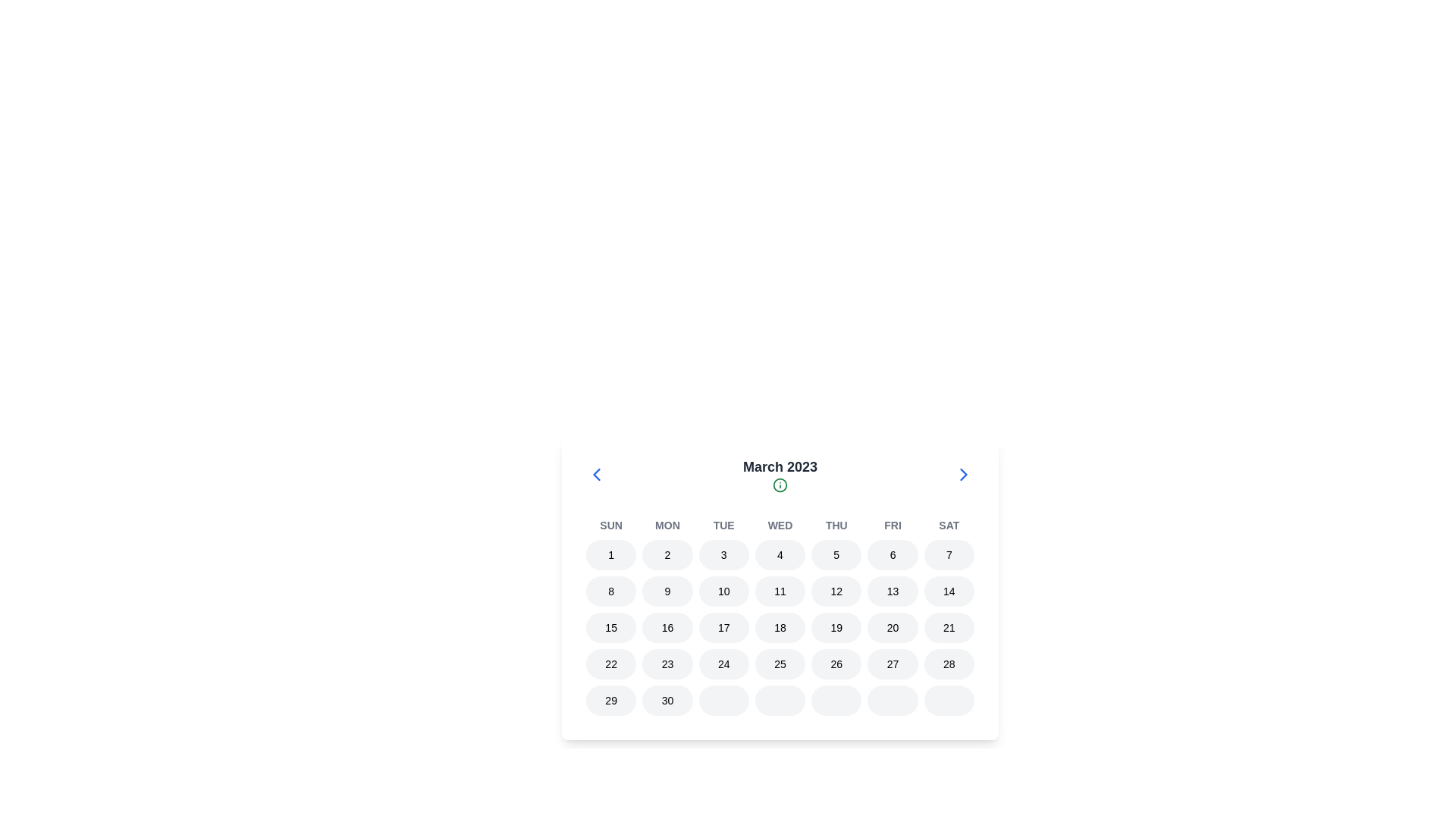  What do you see at coordinates (780, 588) in the screenshot?
I see `the date within the Calendar component for March 2023` at bounding box center [780, 588].